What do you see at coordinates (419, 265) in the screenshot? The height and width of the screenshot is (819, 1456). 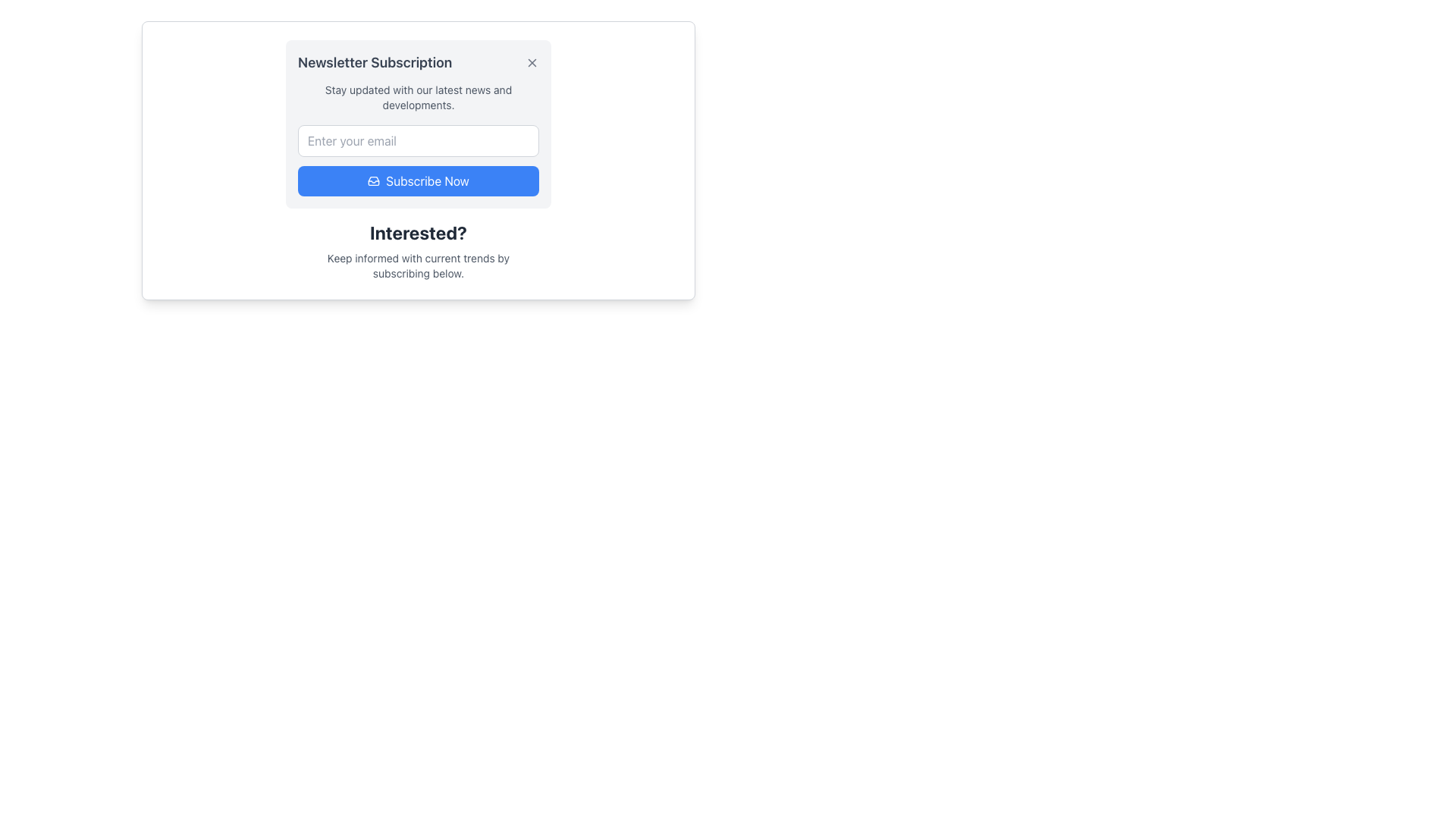 I see `the informational text located below the 'Interested?' header, which encourages user engagement with the subscription feature` at bounding box center [419, 265].